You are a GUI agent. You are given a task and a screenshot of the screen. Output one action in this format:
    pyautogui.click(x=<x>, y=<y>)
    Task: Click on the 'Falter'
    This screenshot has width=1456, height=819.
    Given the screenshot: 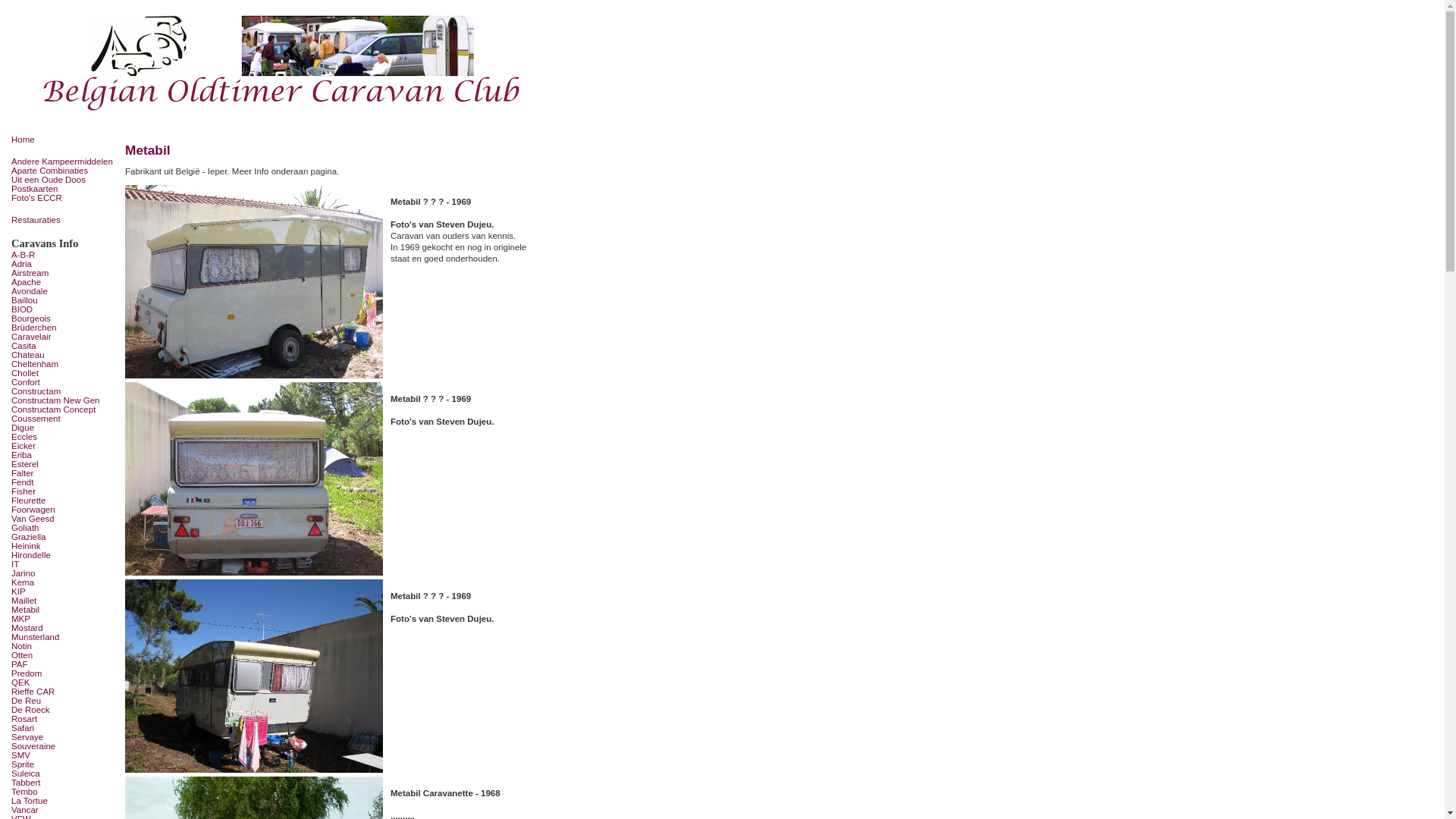 What is the action you would take?
    pyautogui.click(x=64, y=472)
    